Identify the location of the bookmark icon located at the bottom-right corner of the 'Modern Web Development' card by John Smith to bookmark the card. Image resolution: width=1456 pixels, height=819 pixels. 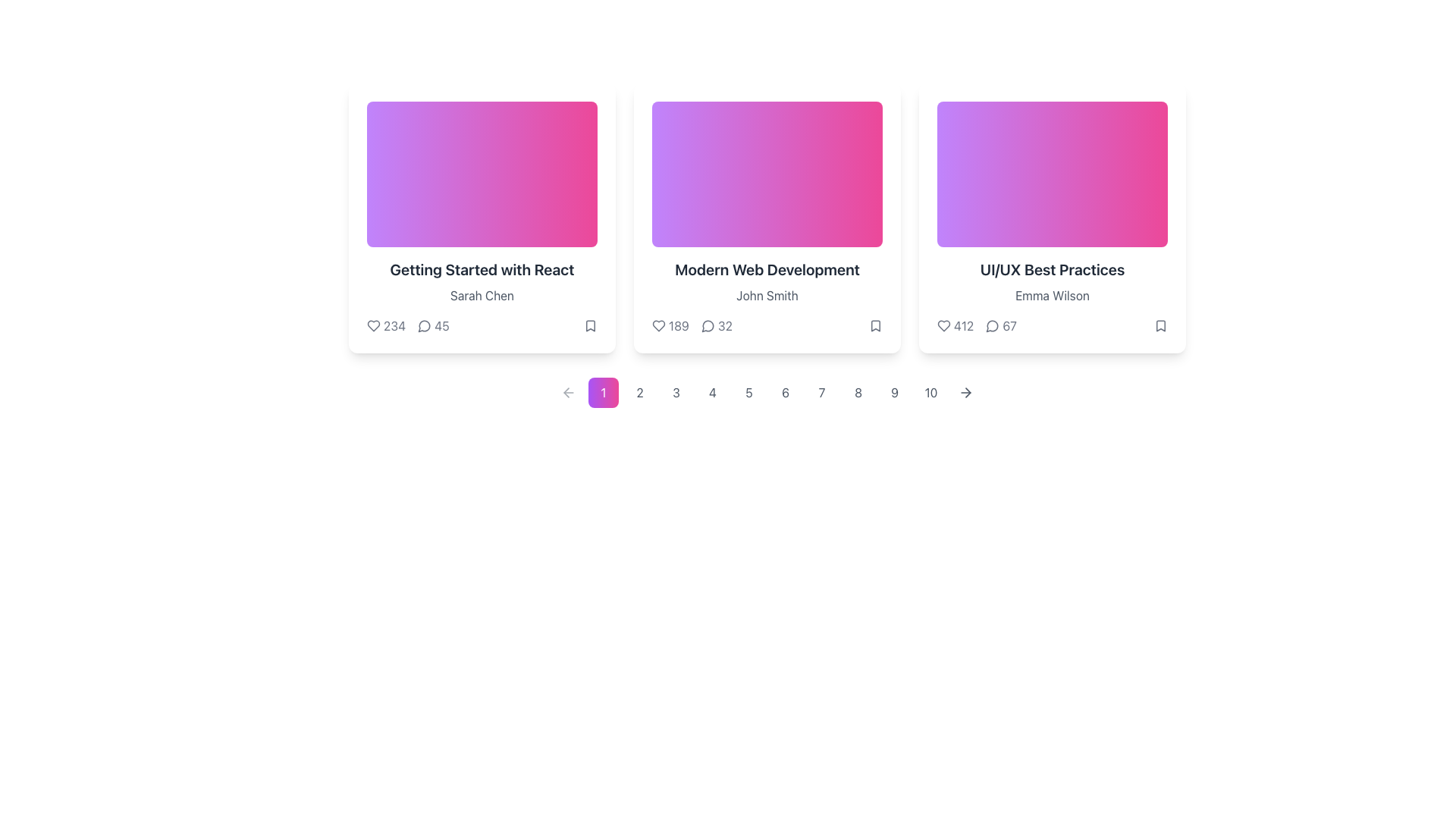
(876, 325).